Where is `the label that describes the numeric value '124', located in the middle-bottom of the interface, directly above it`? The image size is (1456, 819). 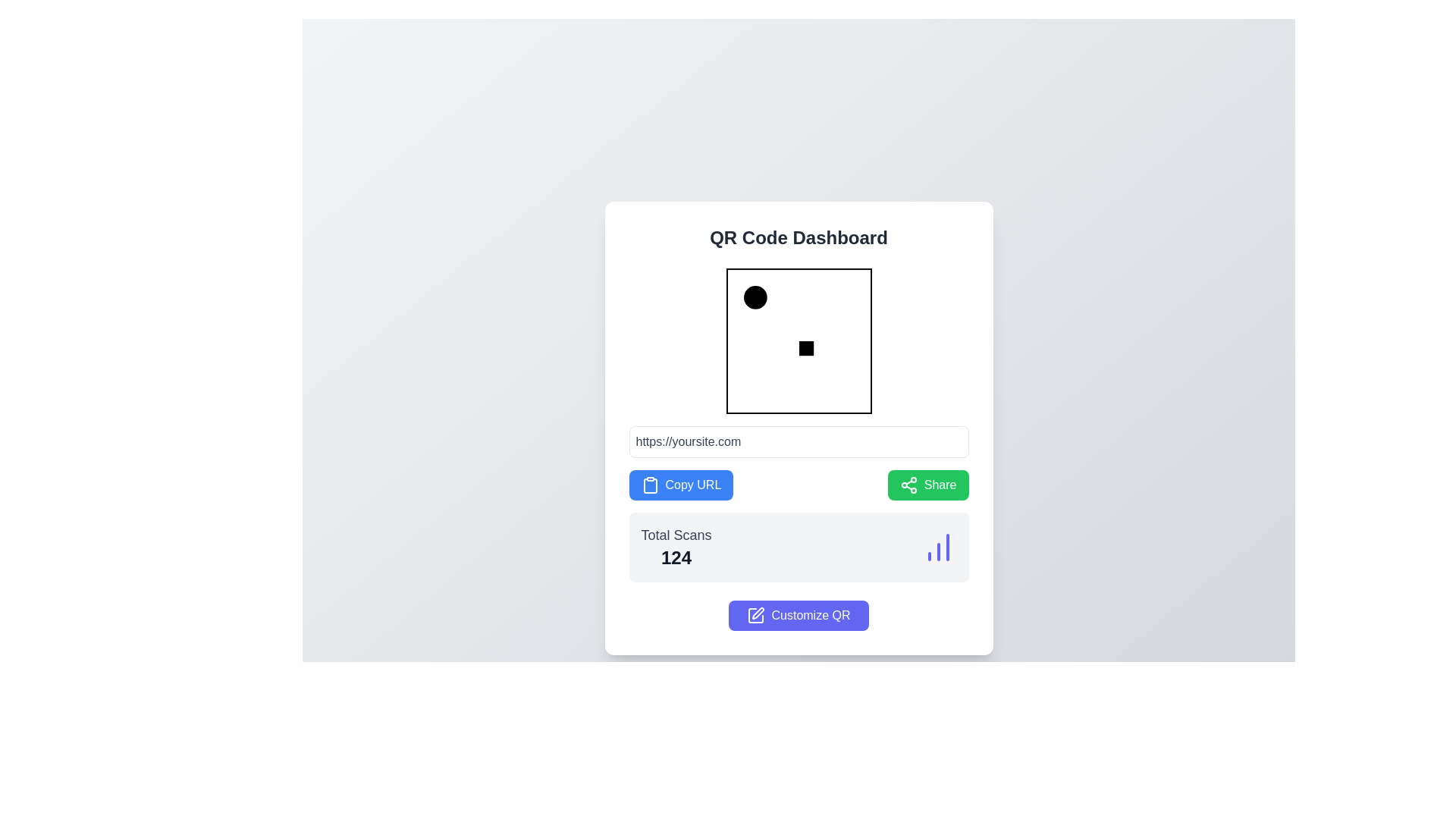 the label that describes the numeric value '124', located in the middle-bottom of the interface, directly above it is located at coordinates (676, 534).